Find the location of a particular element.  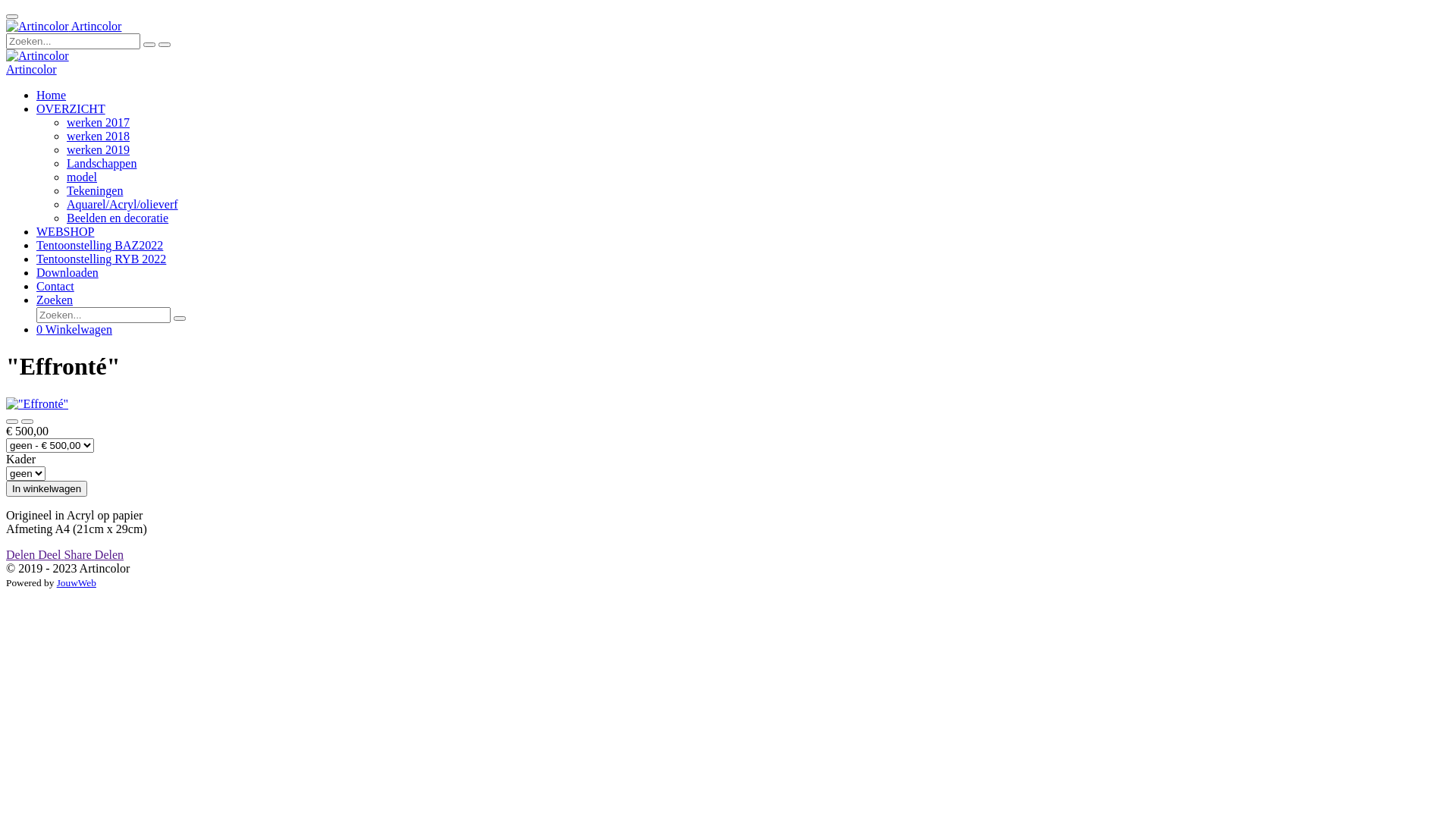

'WEBSHOP' is located at coordinates (64, 231).